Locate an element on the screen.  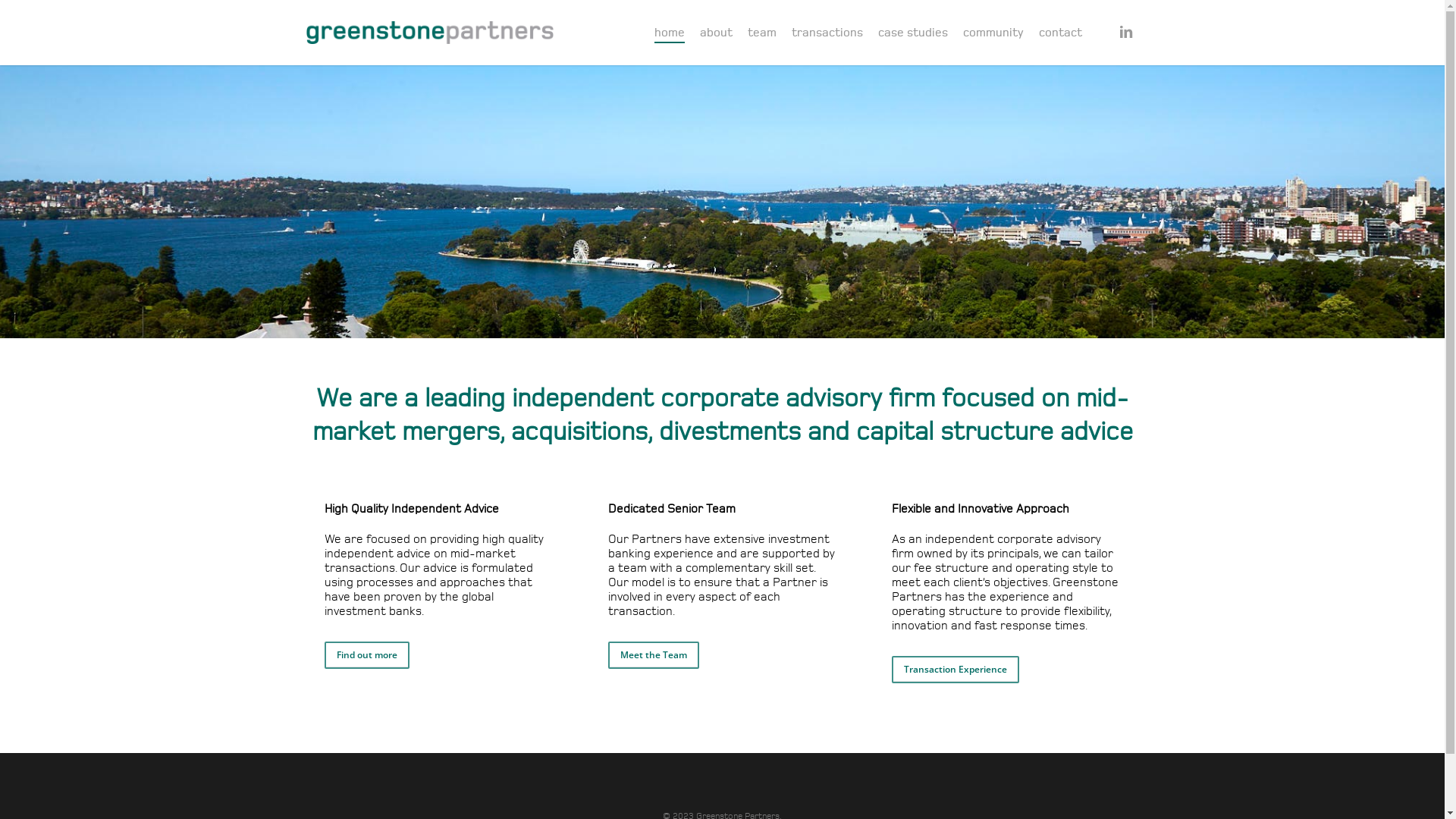
'community' is located at coordinates (993, 32).